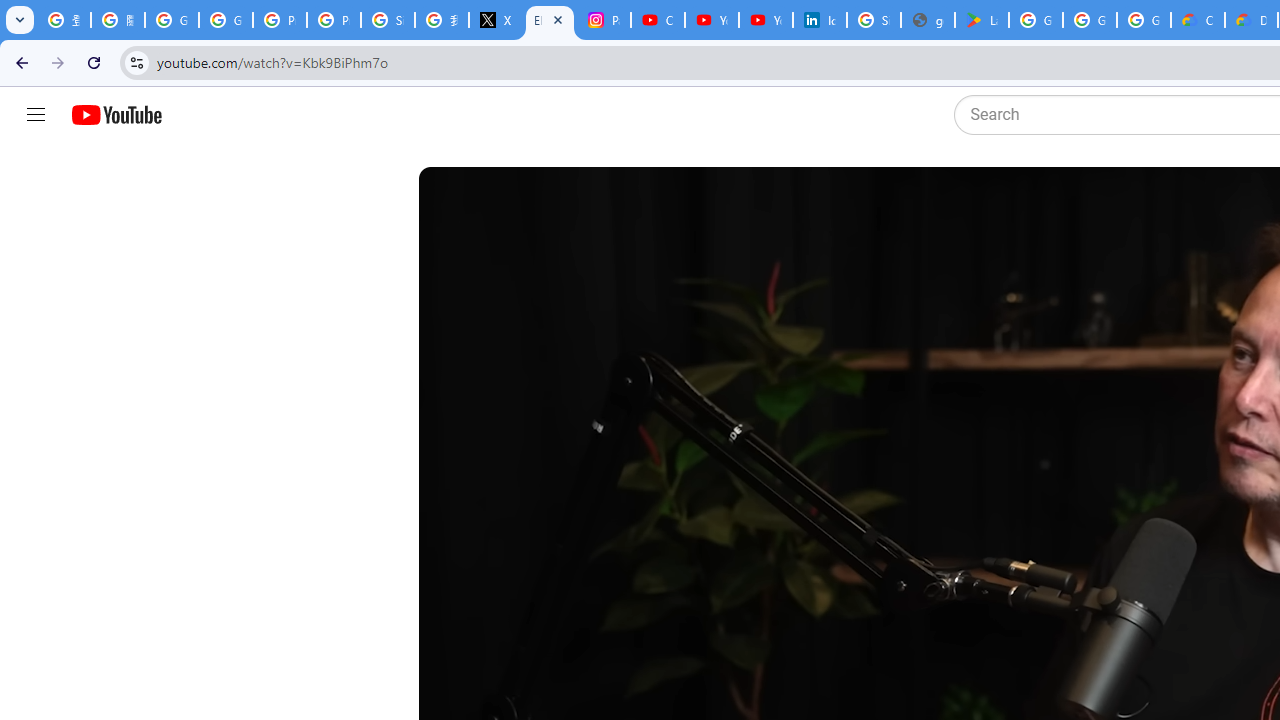 This screenshot has width=1280, height=720. I want to click on 'X', so click(496, 20).